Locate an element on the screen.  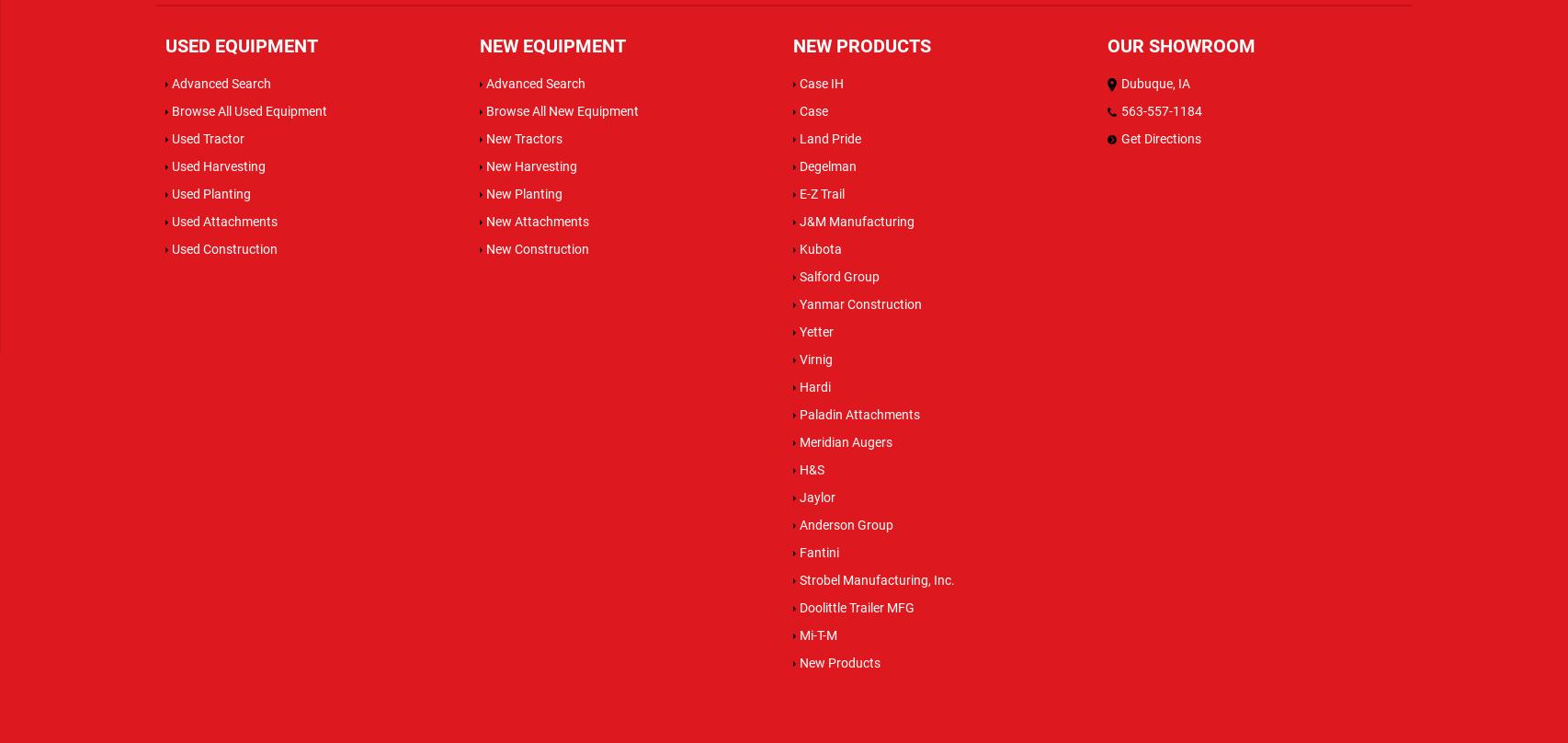
'563-557-1184' is located at coordinates (1160, 109).